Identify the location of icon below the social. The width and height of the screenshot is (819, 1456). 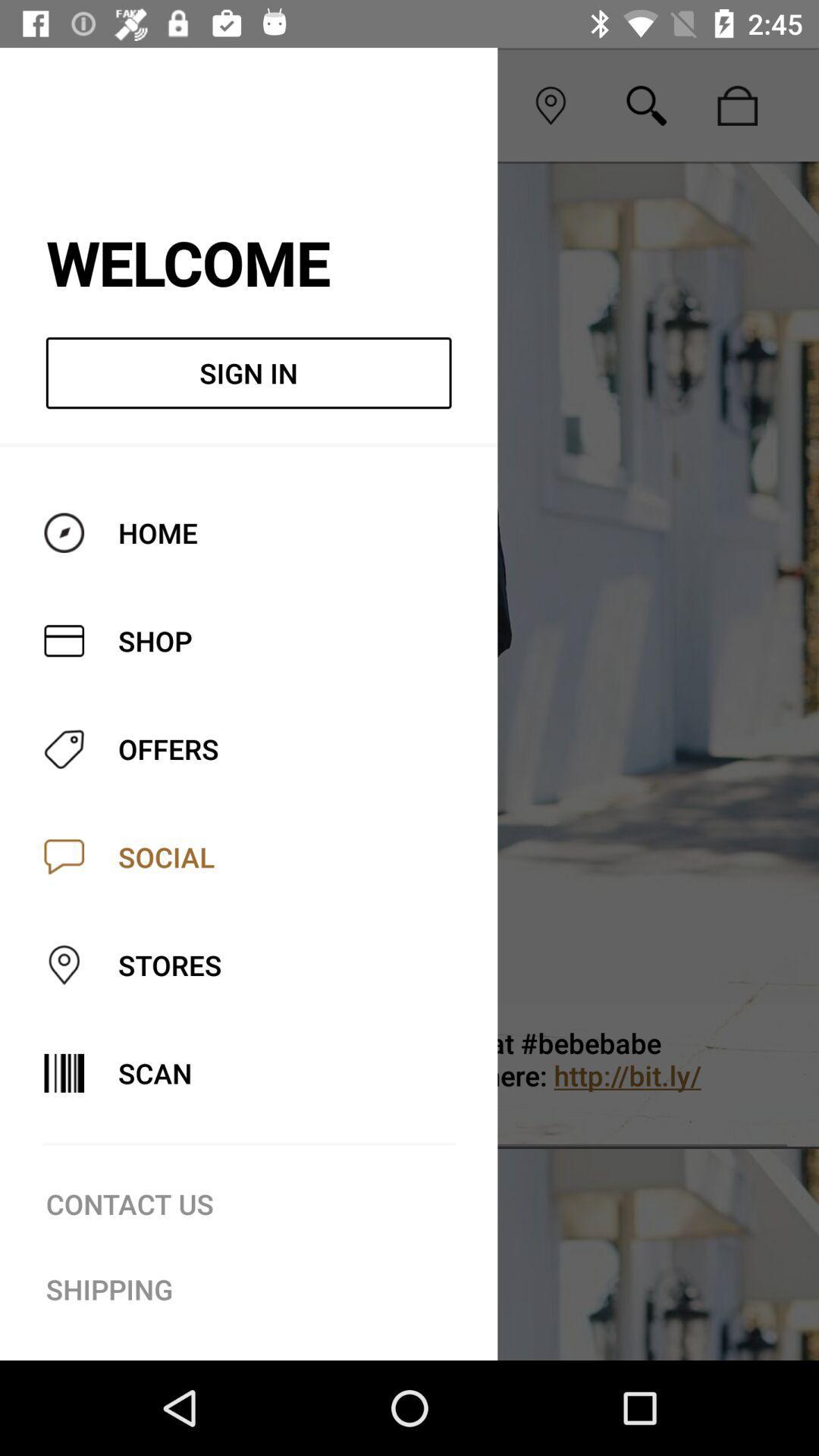
(472, 1075).